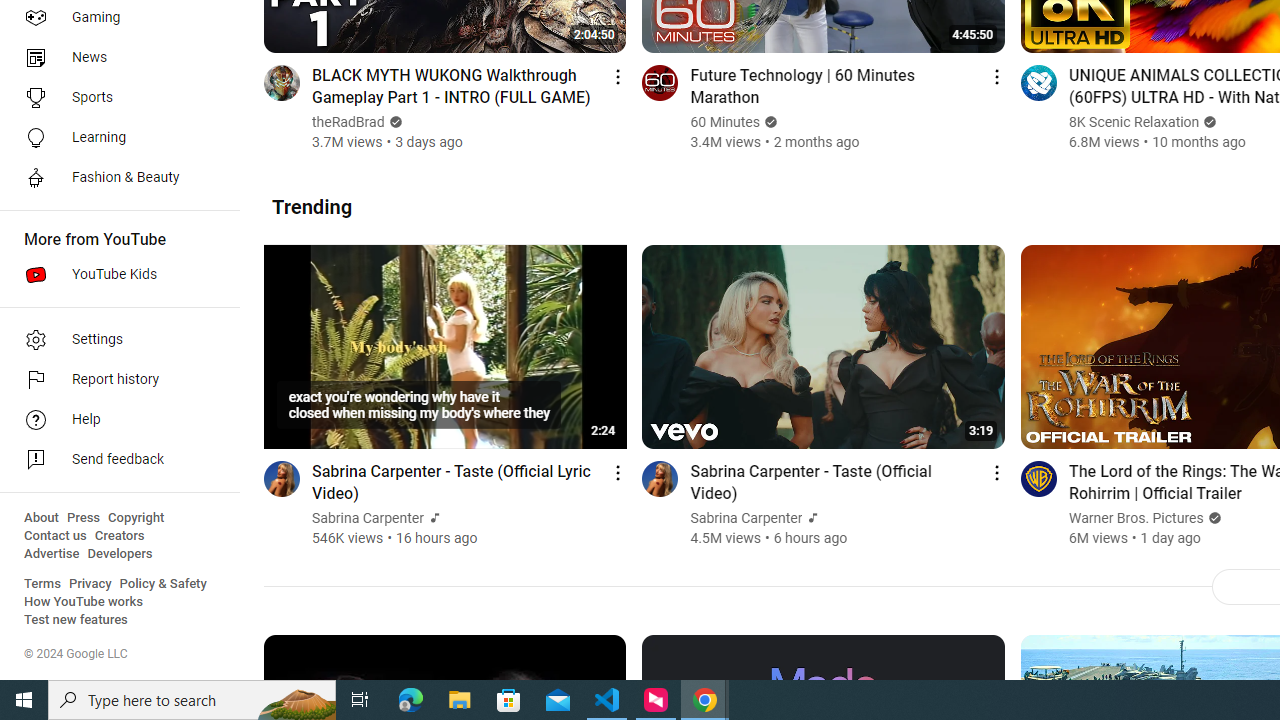  Describe the element at coordinates (112, 176) in the screenshot. I see `'Fashion & Beauty'` at that location.